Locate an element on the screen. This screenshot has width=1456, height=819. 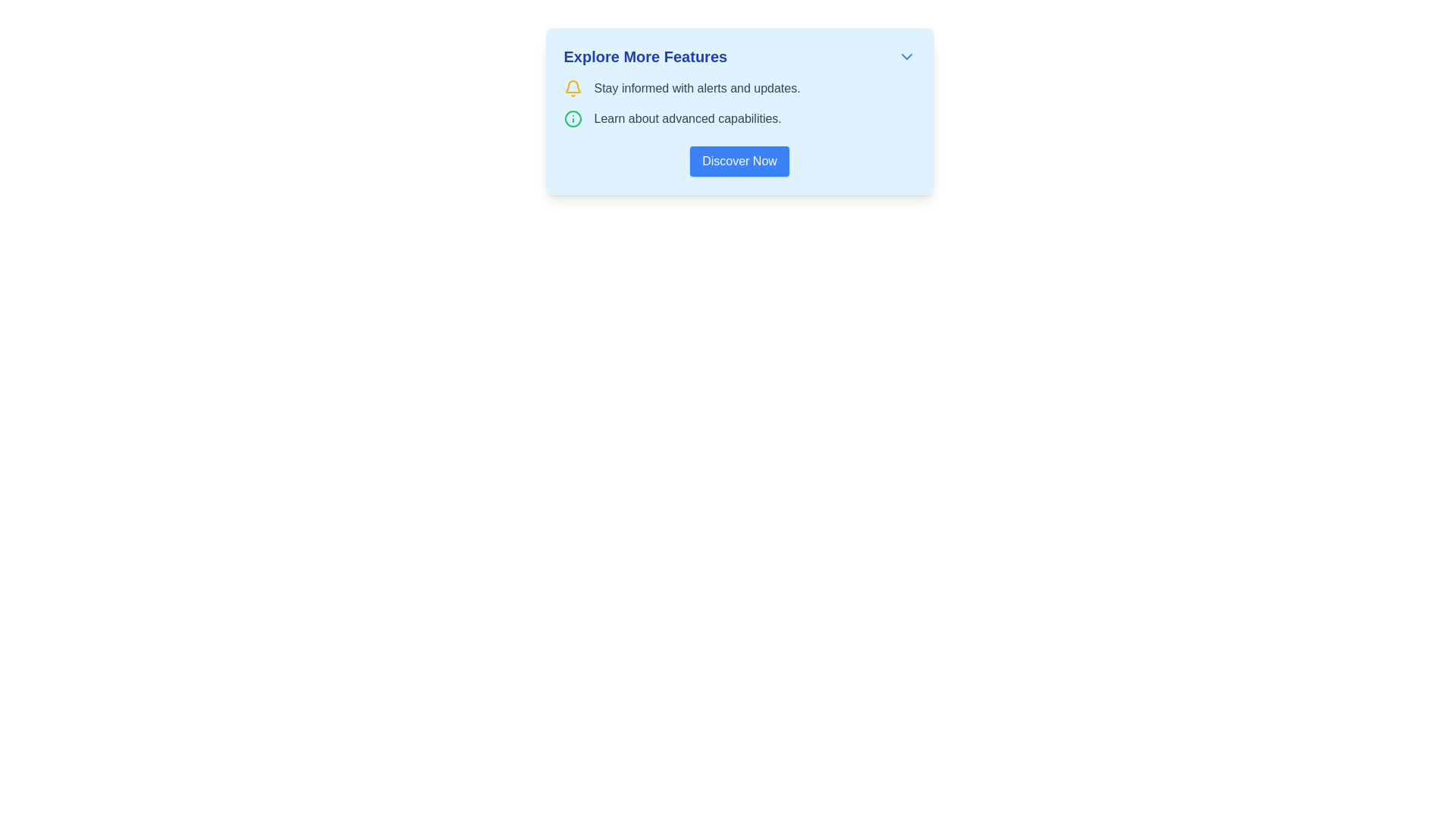
the text element displaying 'Stay informed with alerts and updates.' which is styled in light gray text inside a light blue card interface is located at coordinates (696, 88).